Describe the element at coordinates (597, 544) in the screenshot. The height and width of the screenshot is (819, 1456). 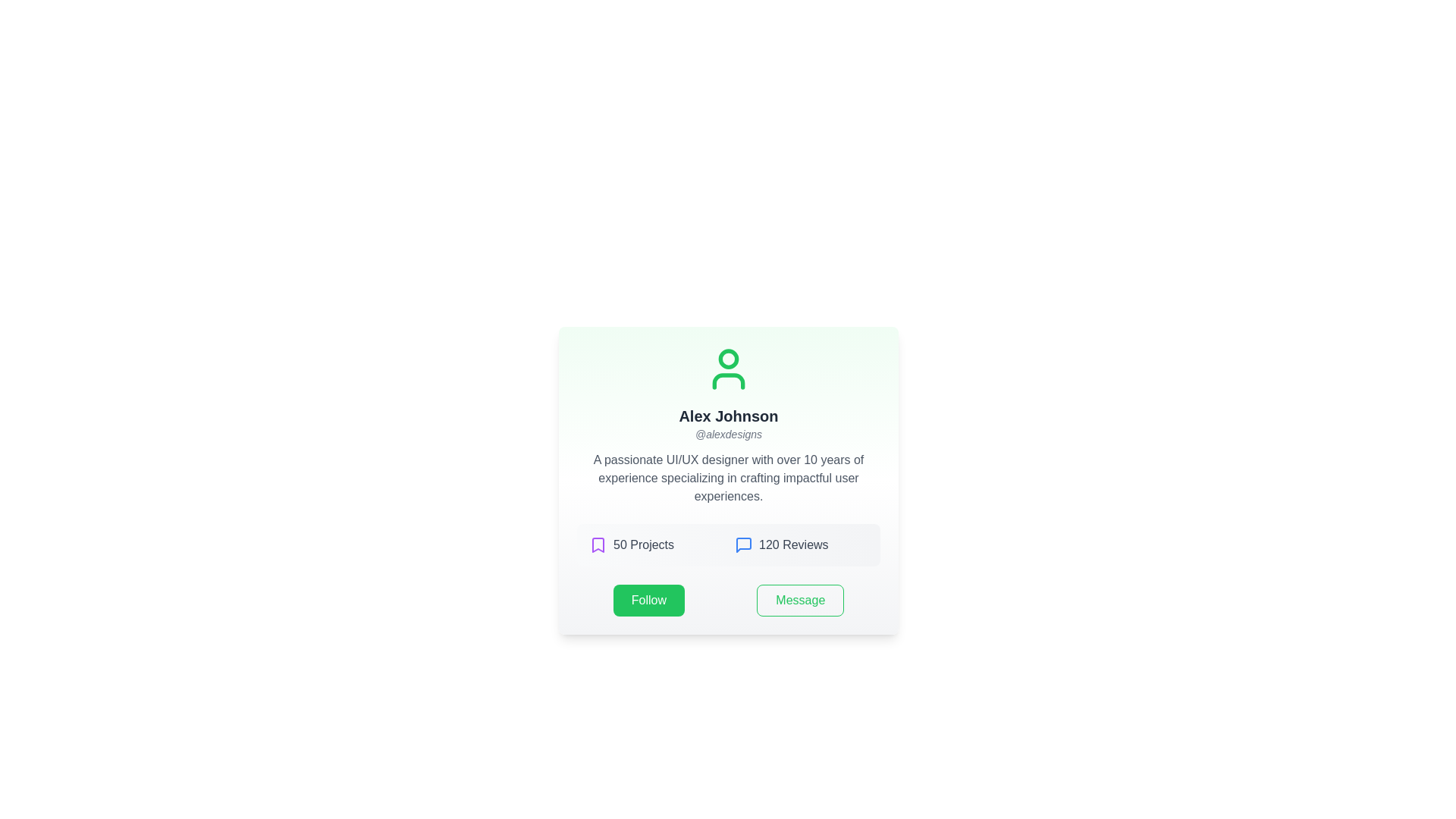
I see `the small bookmark icon with a purple outline located to the left of the text '50 Projects' in the bottom-left area of the user card` at that location.